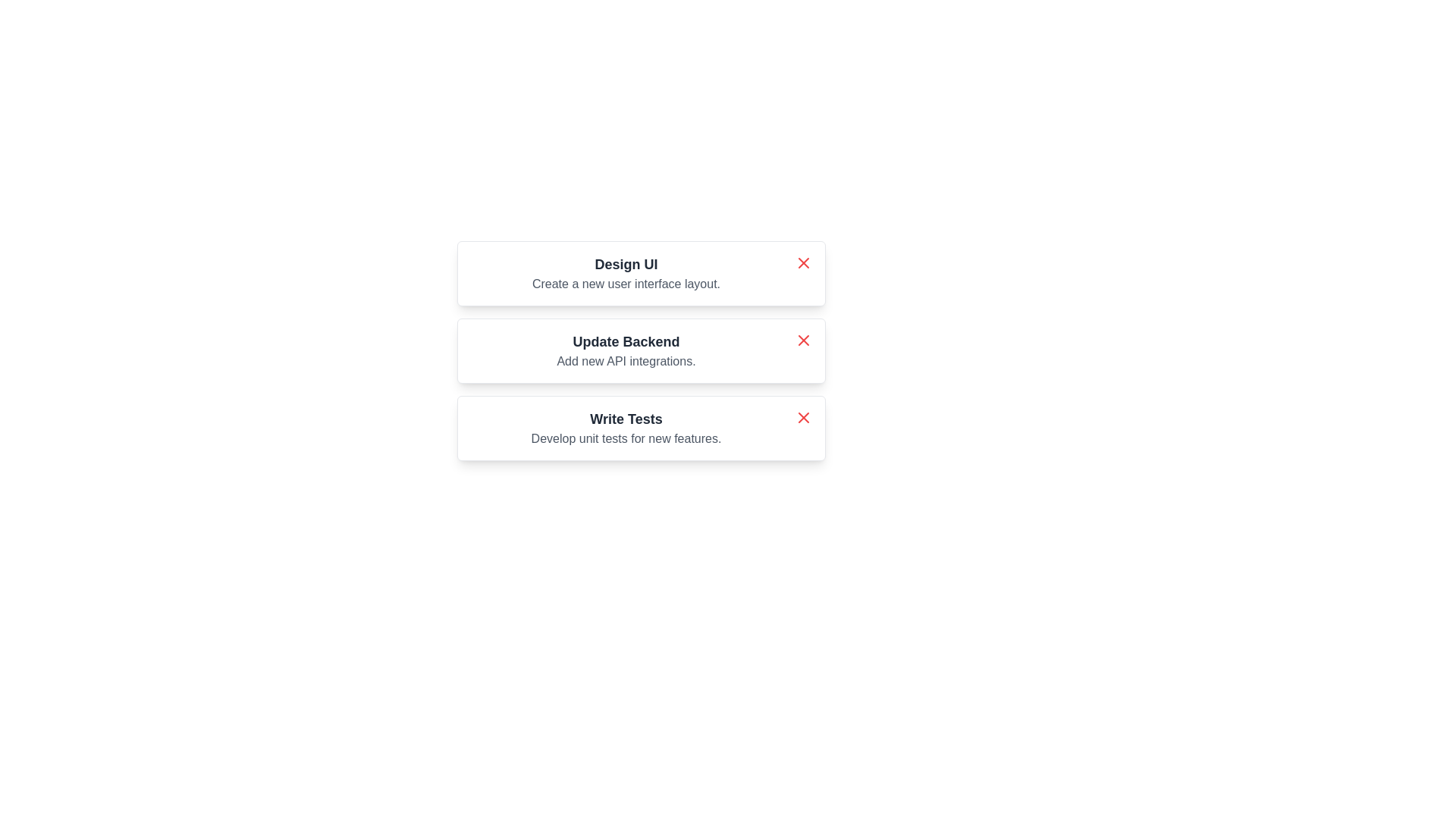 The height and width of the screenshot is (819, 1456). What do you see at coordinates (803, 339) in the screenshot?
I see `the red cross icon button located at the far-right edge of the card with the header 'Update Backend'` at bounding box center [803, 339].